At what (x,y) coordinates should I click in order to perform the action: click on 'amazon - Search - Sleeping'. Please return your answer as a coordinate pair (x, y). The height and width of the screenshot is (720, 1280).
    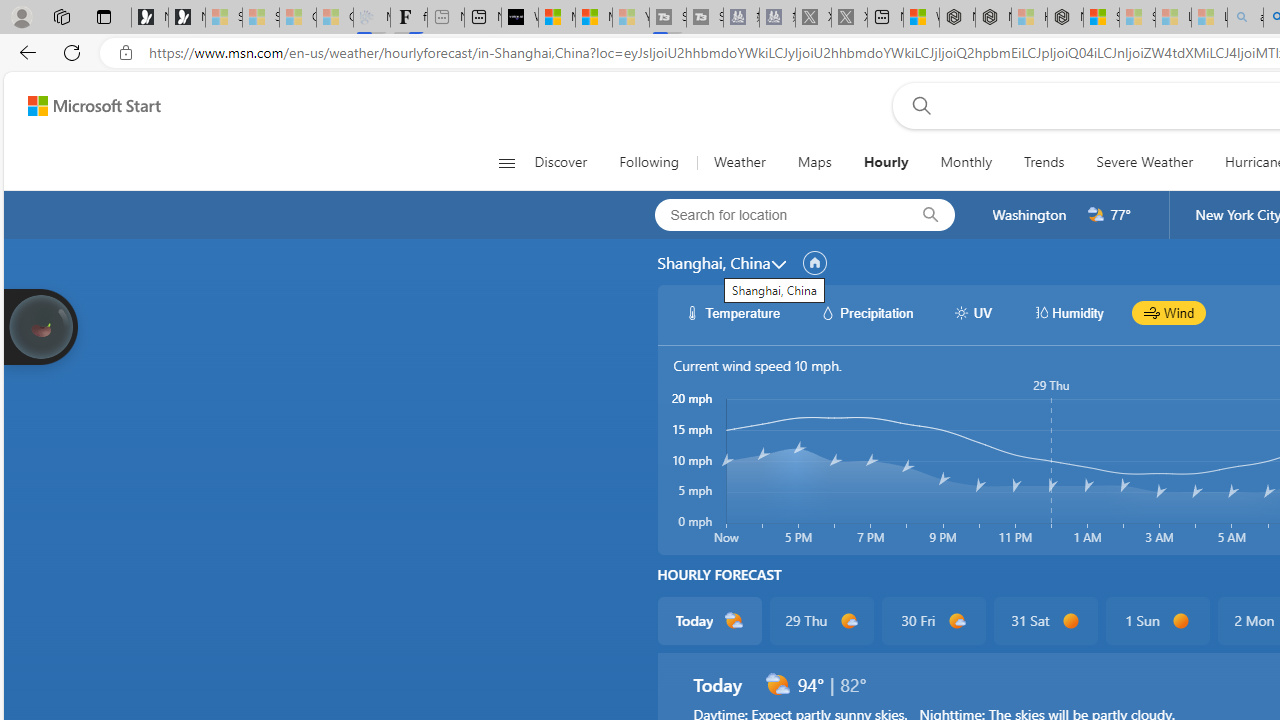
    Looking at the image, I should click on (1244, 17).